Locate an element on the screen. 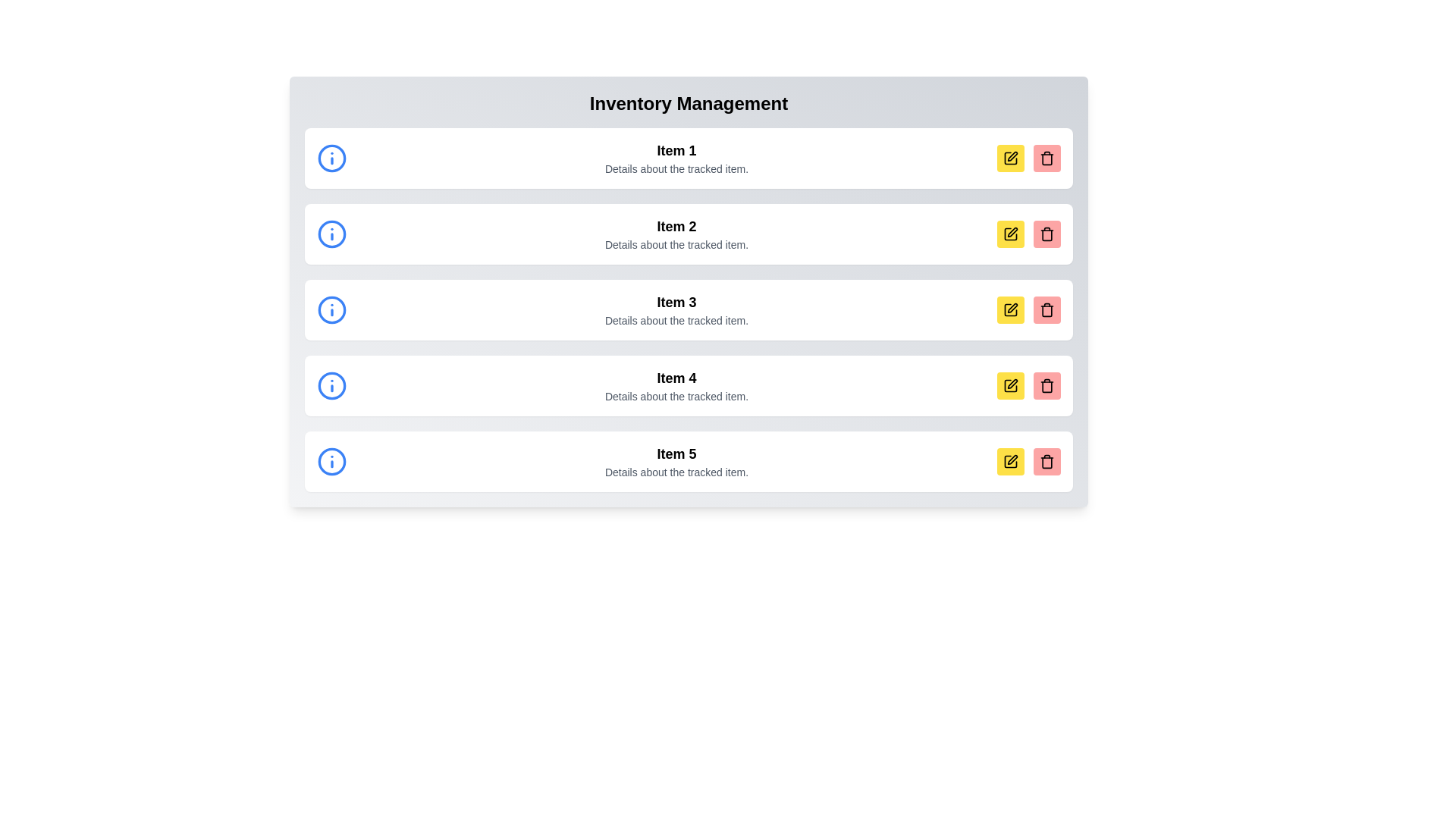 The width and height of the screenshot is (1456, 819). the yellow edit button with a rounded shape and a black pen icon located immediately to the right of 'Item 2' to initiate an edit action is located at coordinates (1011, 234).